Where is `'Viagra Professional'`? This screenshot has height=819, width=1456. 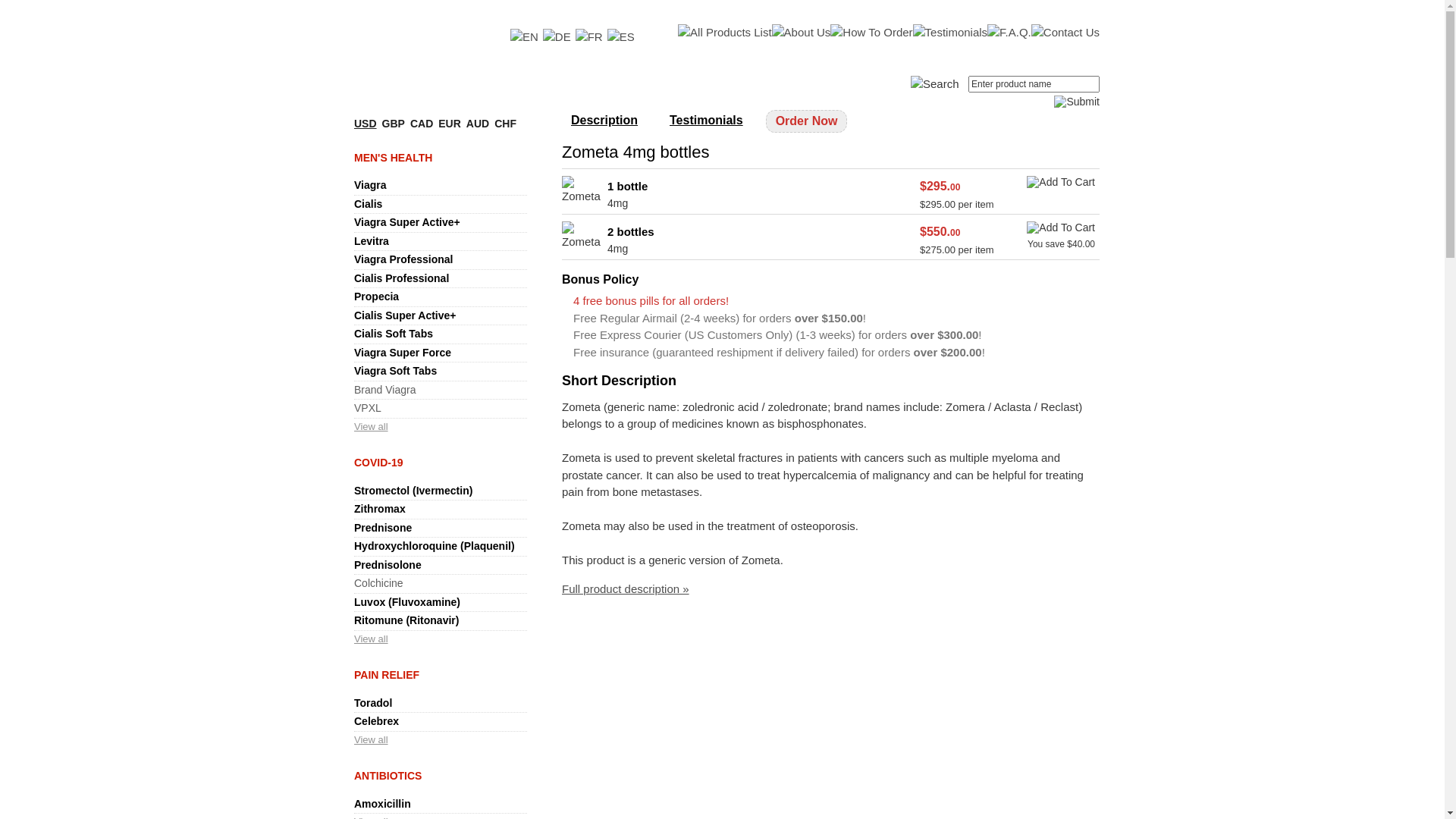
'Viagra Professional' is located at coordinates (403, 259).